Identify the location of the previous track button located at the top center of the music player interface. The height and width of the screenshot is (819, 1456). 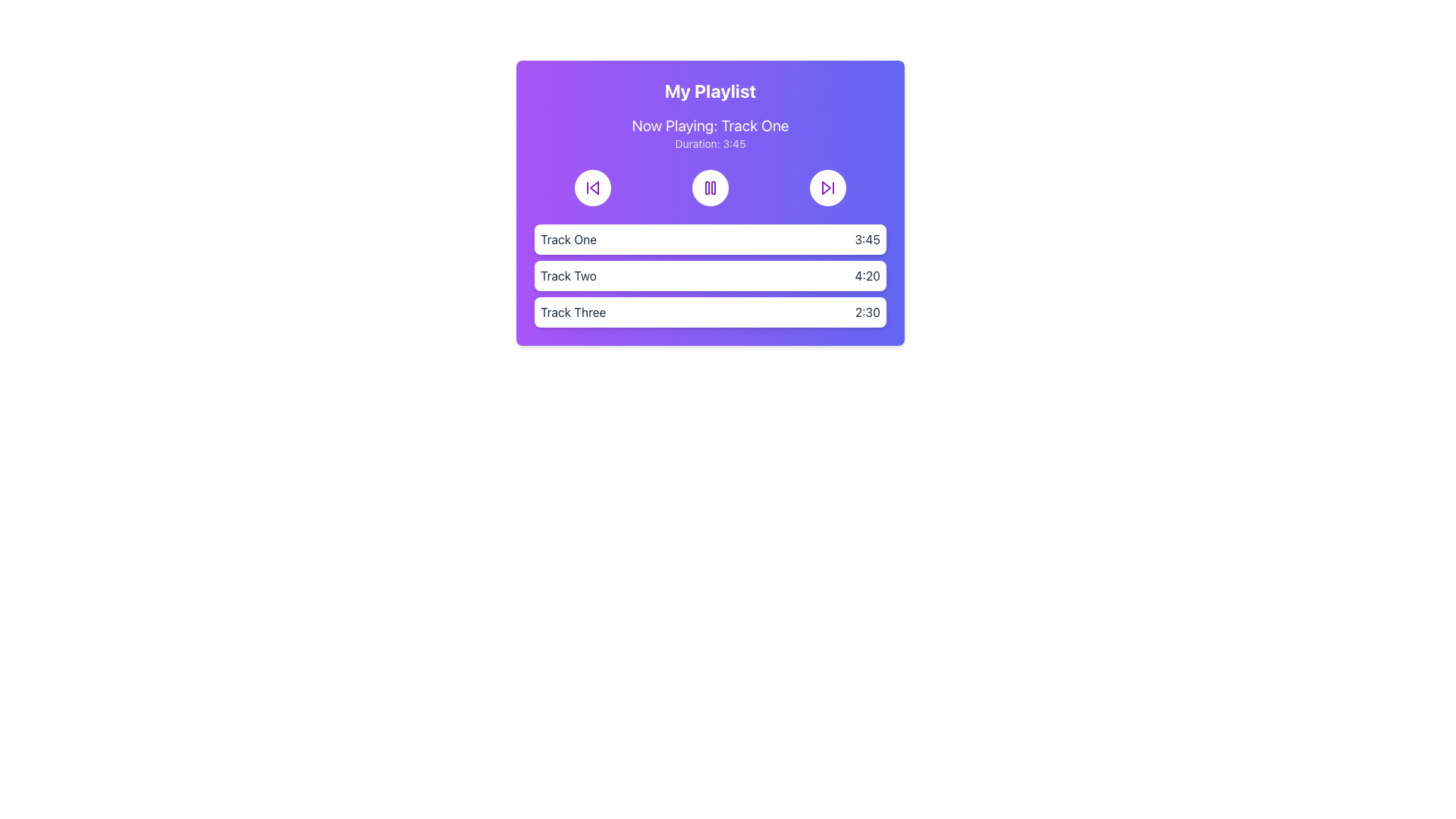
(592, 187).